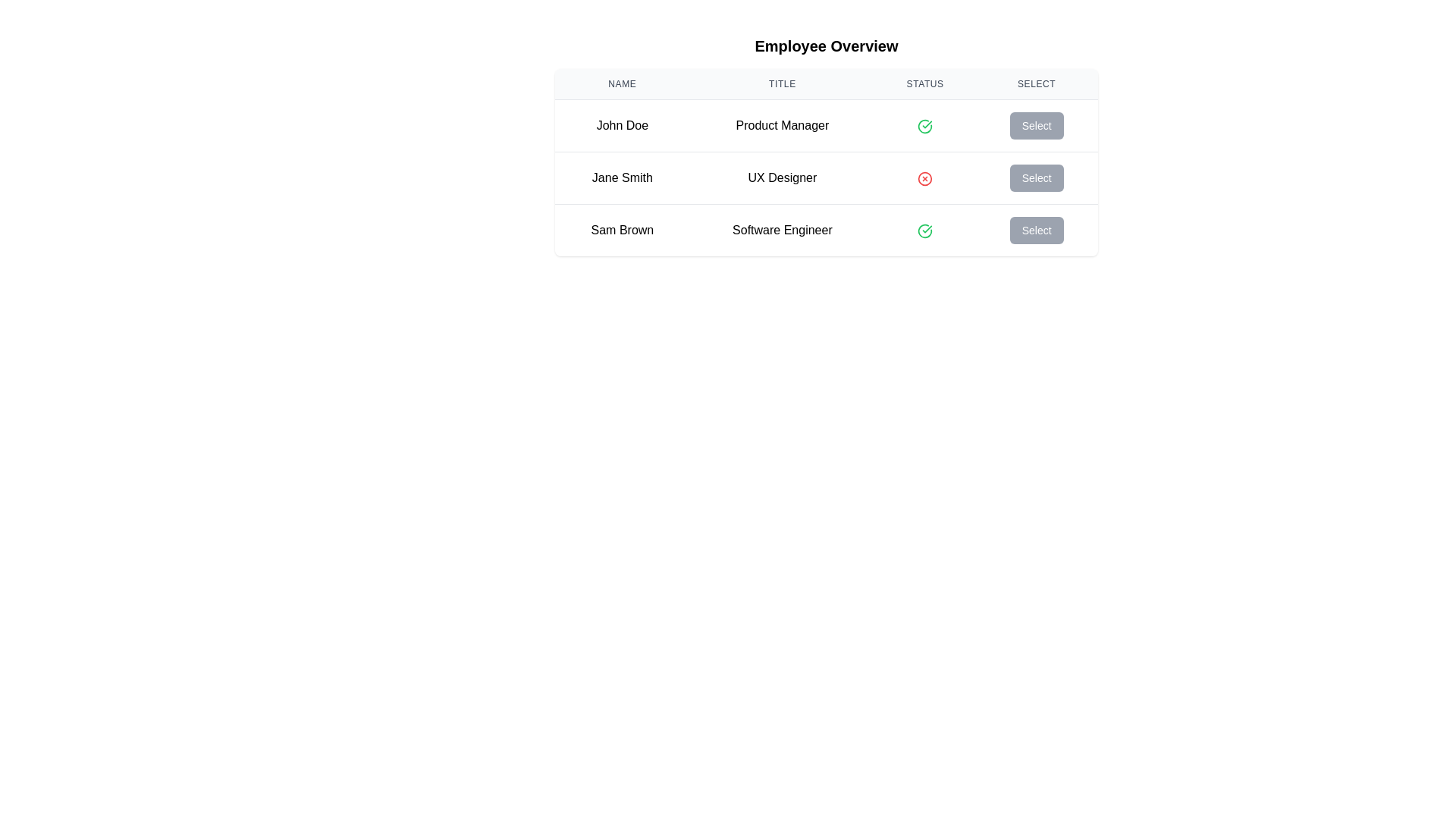  What do you see at coordinates (924, 125) in the screenshot?
I see `the circular green SVG graphic with a checkmark pattern located in the 'STATUS' column for the 'Sam Brown' row` at bounding box center [924, 125].